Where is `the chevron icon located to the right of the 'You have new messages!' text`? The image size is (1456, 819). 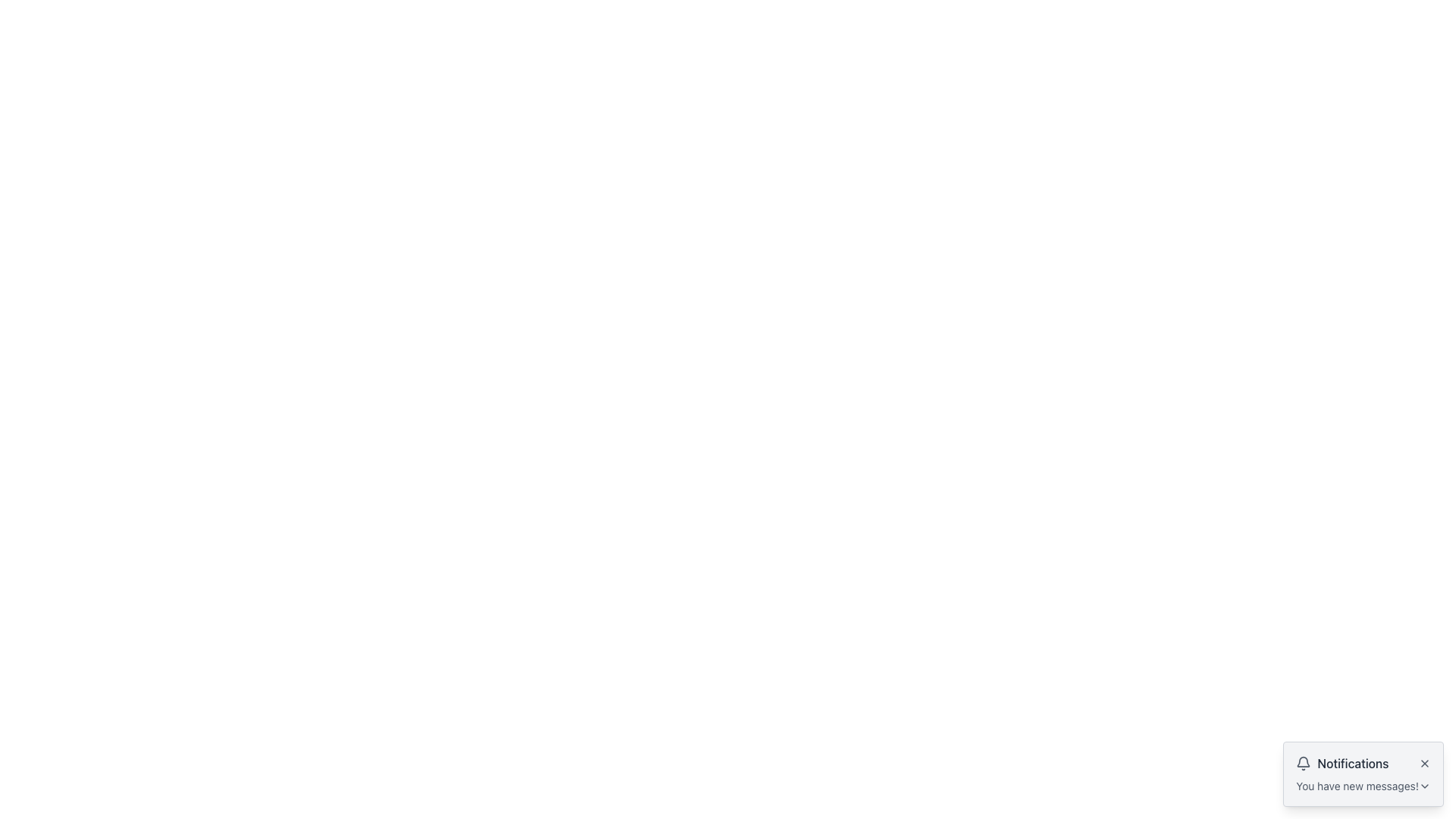 the chevron icon located to the right of the 'You have new messages!' text is located at coordinates (1423, 786).